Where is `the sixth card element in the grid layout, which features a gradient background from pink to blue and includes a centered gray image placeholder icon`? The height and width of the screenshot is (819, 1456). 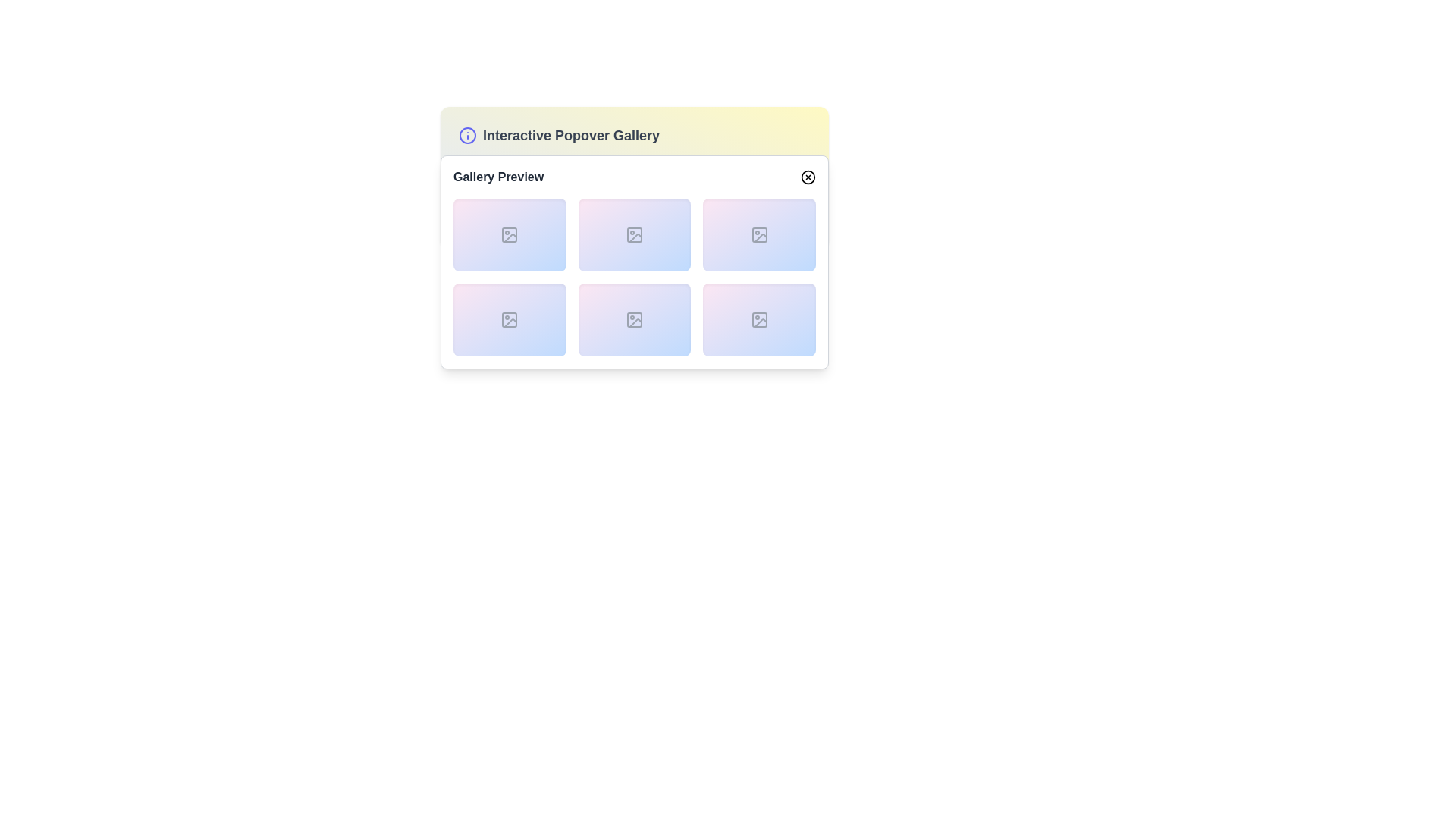 the sixth card element in the grid layout, which features a gradient background from pink to blue and includes a centered gray image placeholder icon is located at coordinates (759, 318).